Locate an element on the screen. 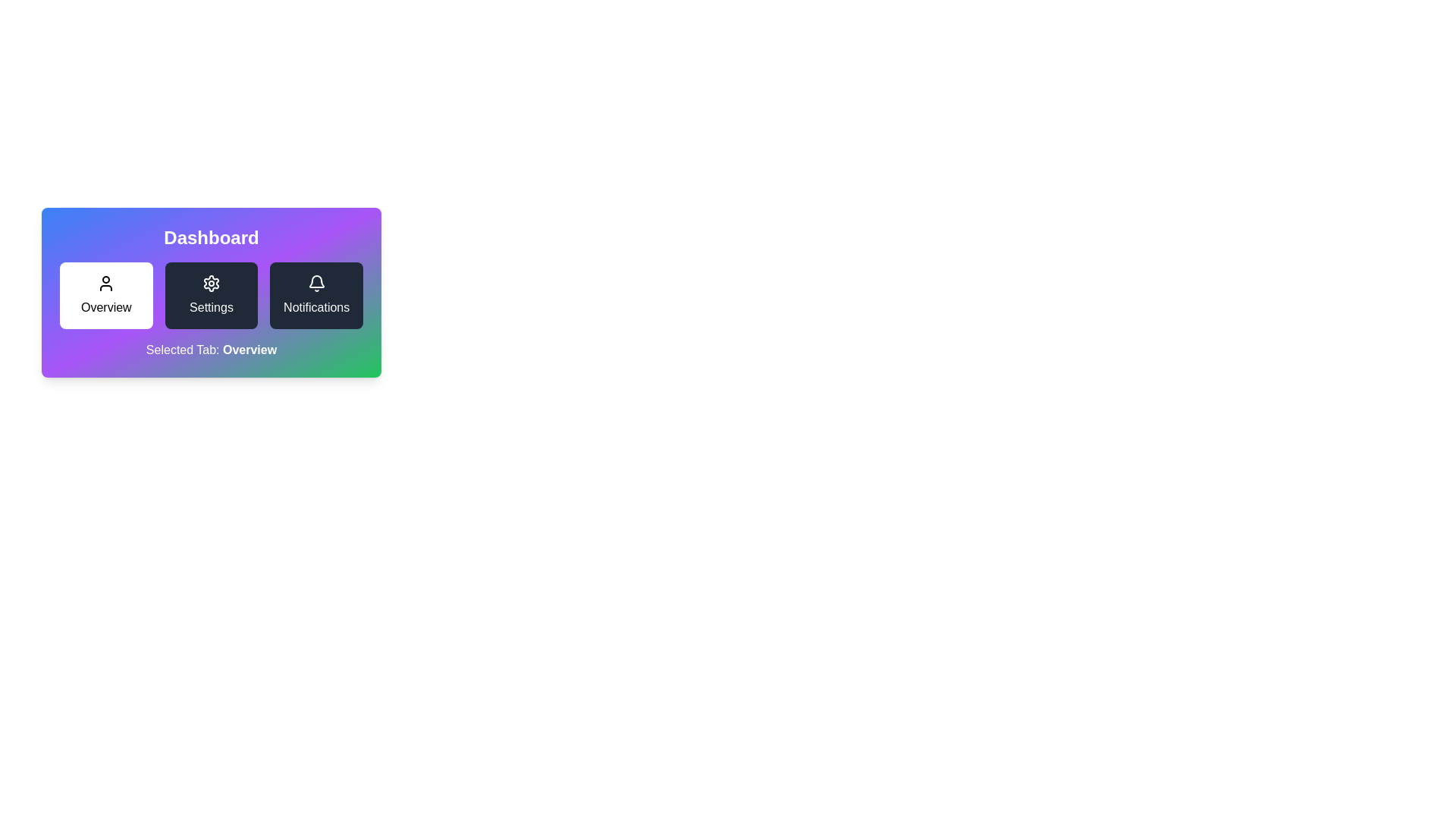 The image size is (1456, 819). the 'Settings' button, which is positioned in the center of a three-button grid, located directly to the right of the 'Overview' button and to the left of the 'Notifications' button is located at coordinates (210, 295).